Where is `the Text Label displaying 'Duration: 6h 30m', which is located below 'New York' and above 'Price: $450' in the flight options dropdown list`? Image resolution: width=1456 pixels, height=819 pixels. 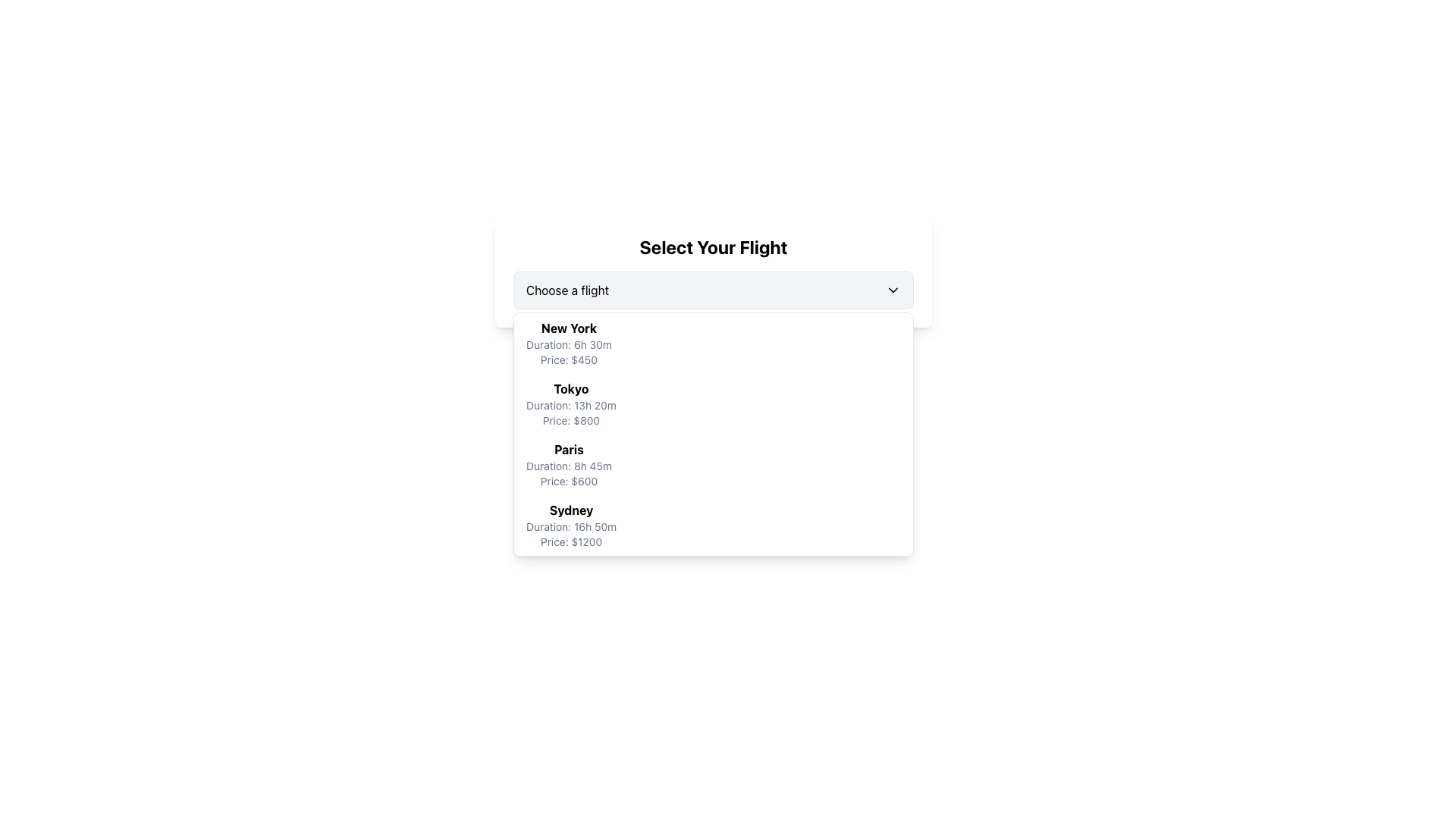 the Text Label displaying 'Duration: 6h 30m', which is located below 'New York' and above 'Price: $450' in the flight options dropdown list is located at coordinates (568, 345).